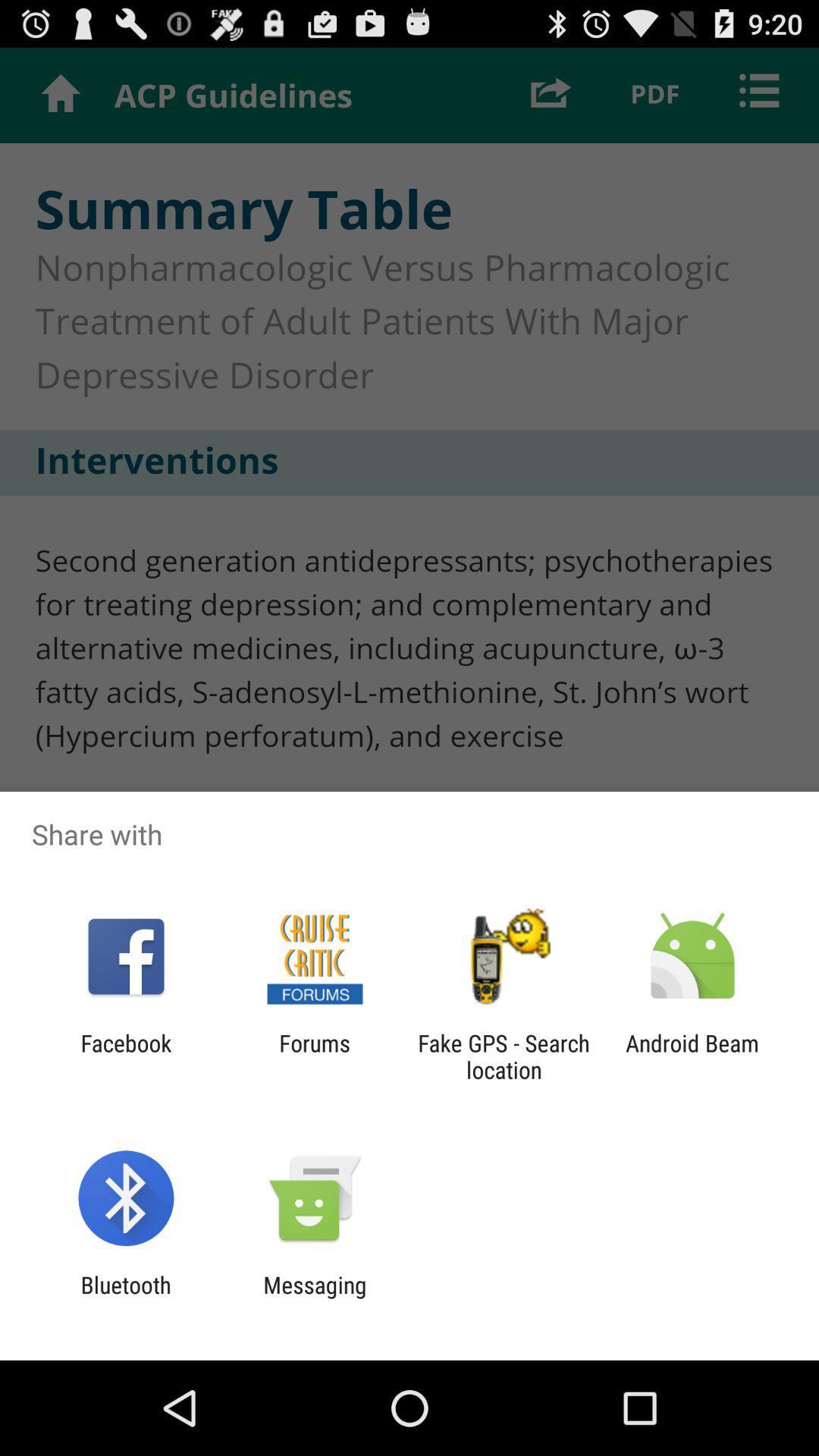 The height and width of the screenshot is (1456, 819). I want to click on the item next to the bluetooth item, so click(314, 1298).